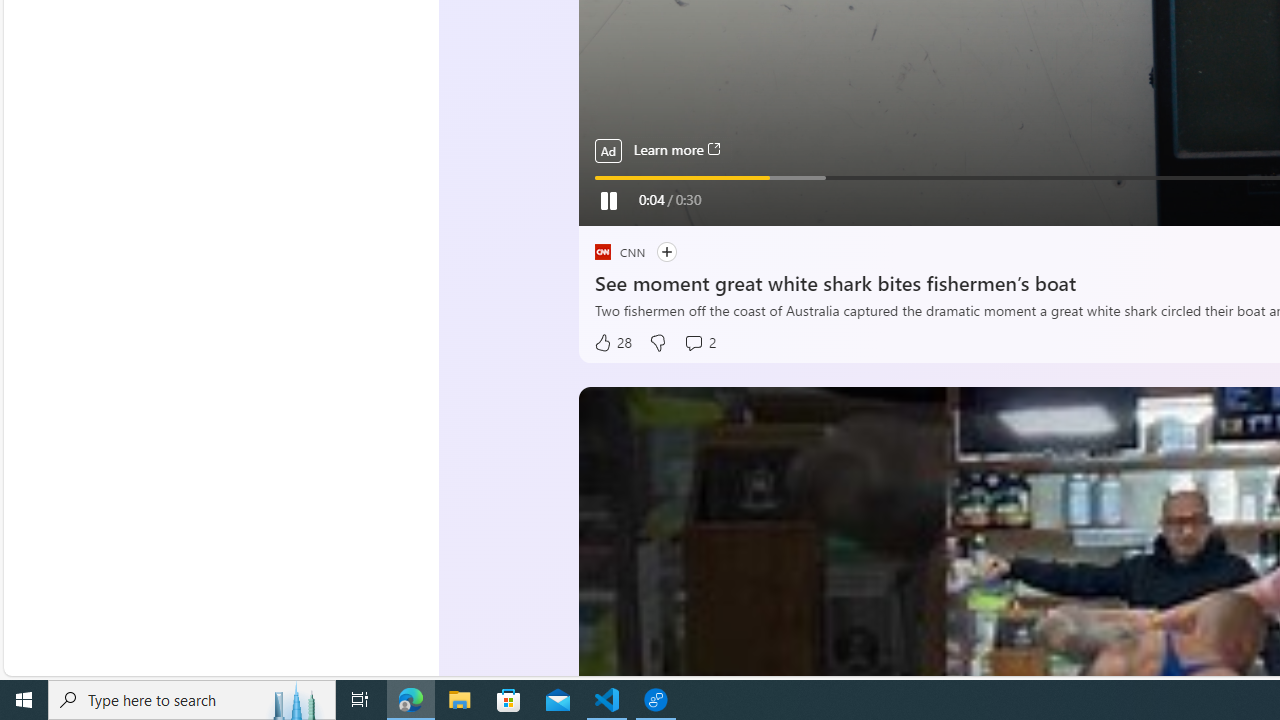 The height and width of the screenshot is (720, 1280). I want to click on 'Follow', so click(666, 251).